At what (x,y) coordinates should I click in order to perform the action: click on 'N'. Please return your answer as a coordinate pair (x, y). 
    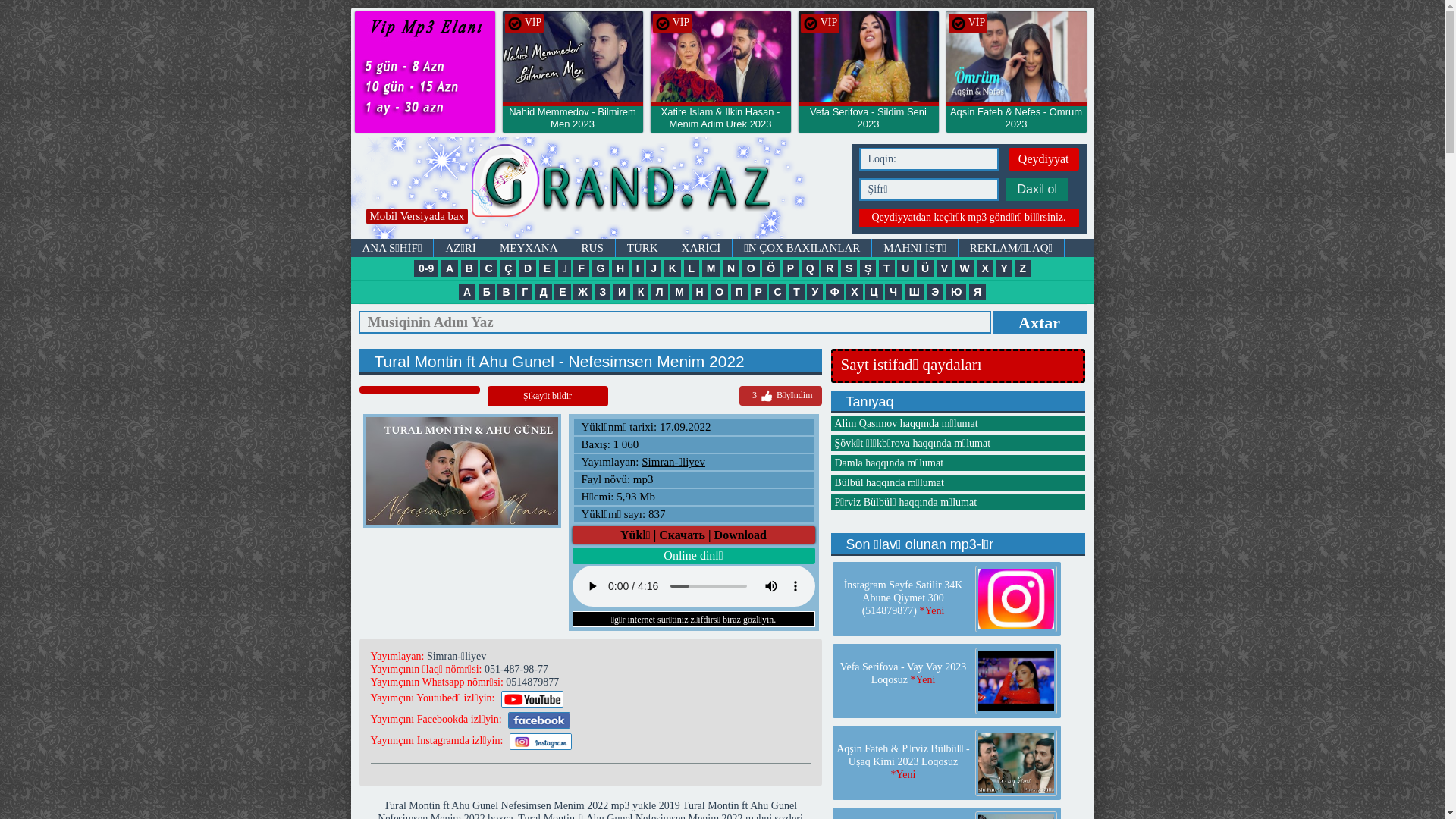
    Looking at the image, I should click on (731, 268).